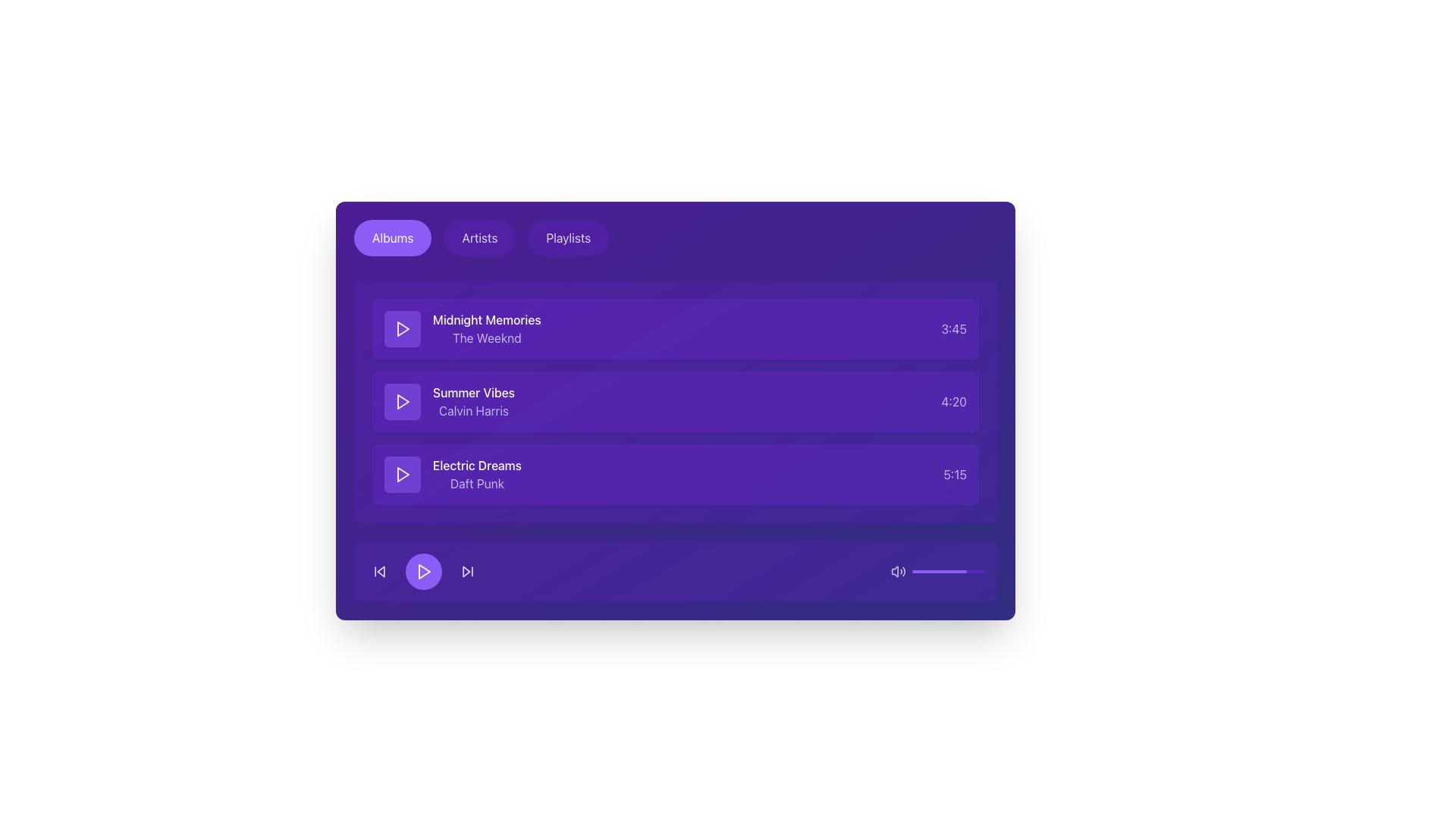 The image size is (1456, 819). Describe the element at coordinates (984, 571) in the screenshot. I see `the volume` at that location.